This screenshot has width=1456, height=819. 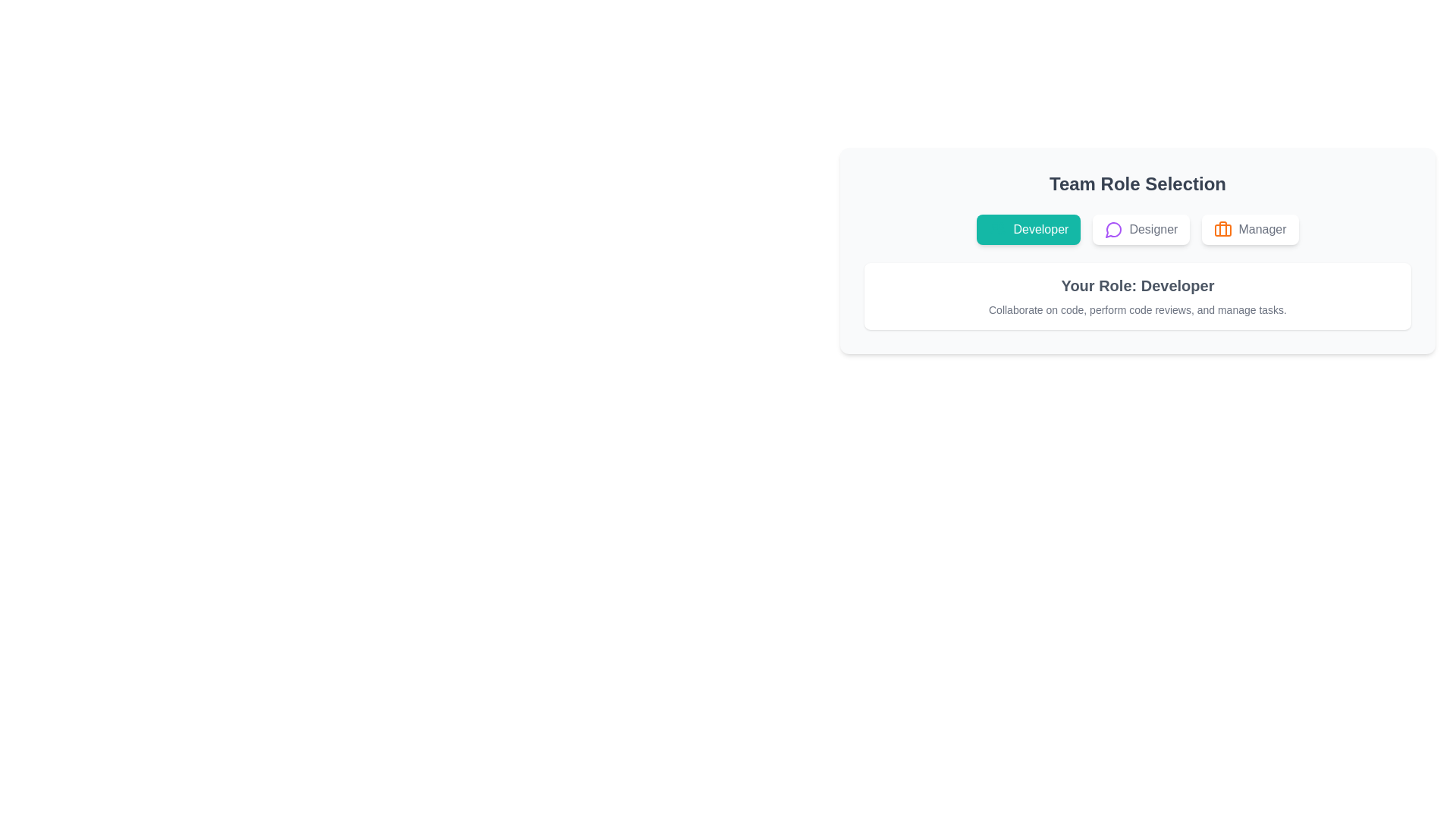 I want to click on the small, outlined orange briefcase icon located within the 'Manager' button at the top-right of the card component, so click(x=1223, y=230).